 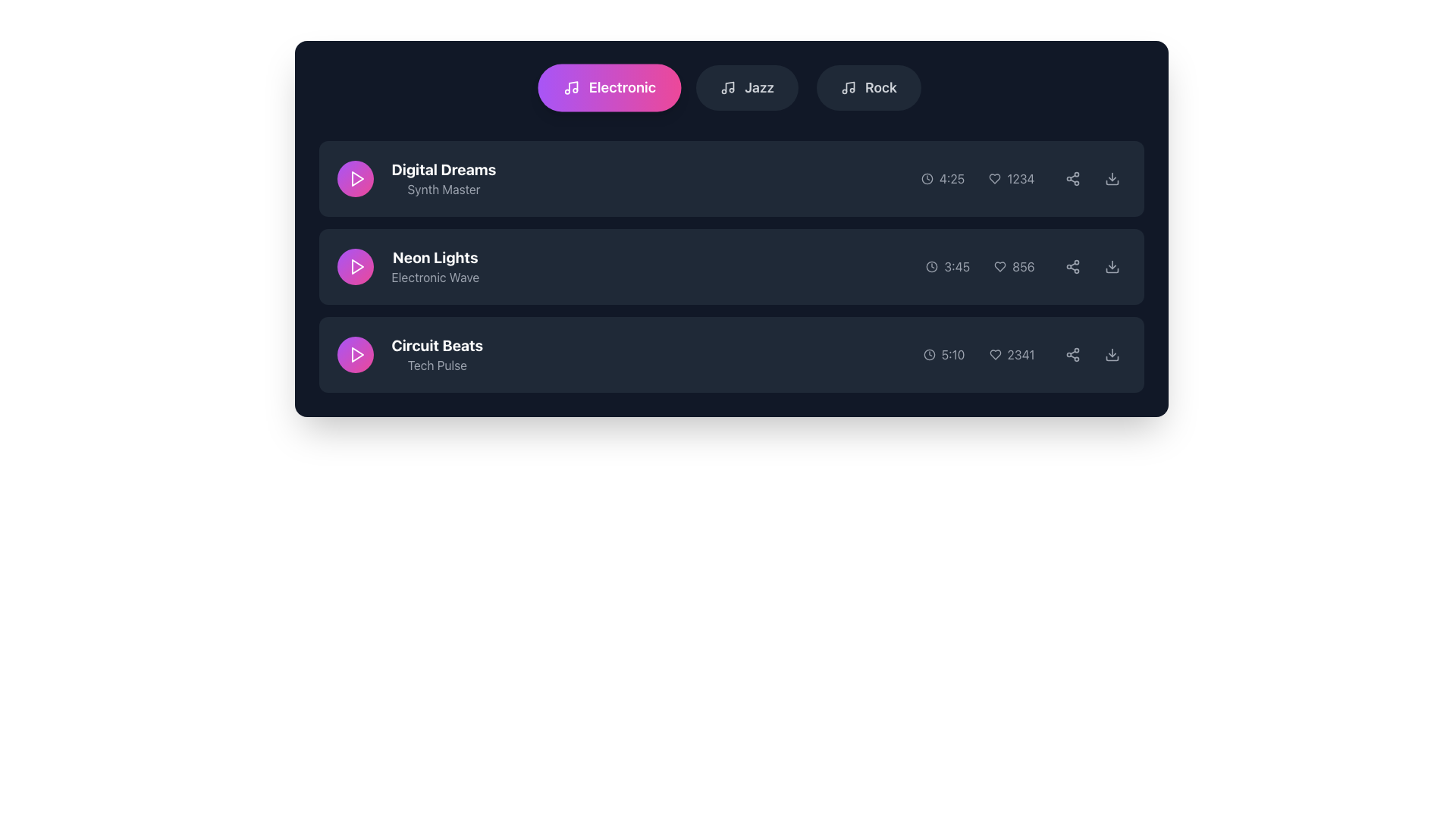 I want to click on the 'Jazz' button, which is the second button in a horizontal group of buttons, featuring a musical note icon and bold white text on a dark gray background, so click(x=747, y=87).